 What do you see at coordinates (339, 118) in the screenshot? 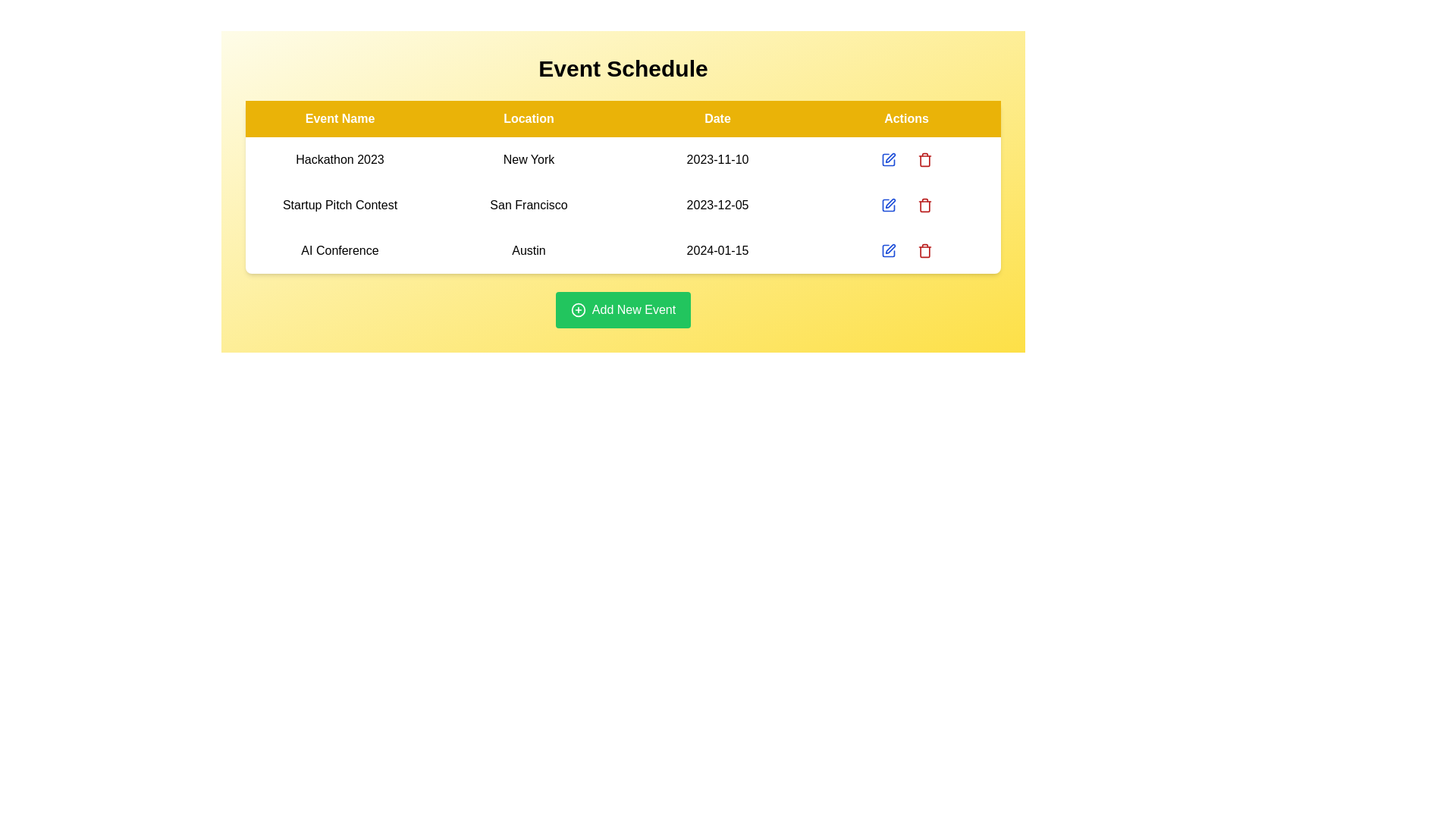
I see `the table header Event Name` at bounding box center [339, 118].